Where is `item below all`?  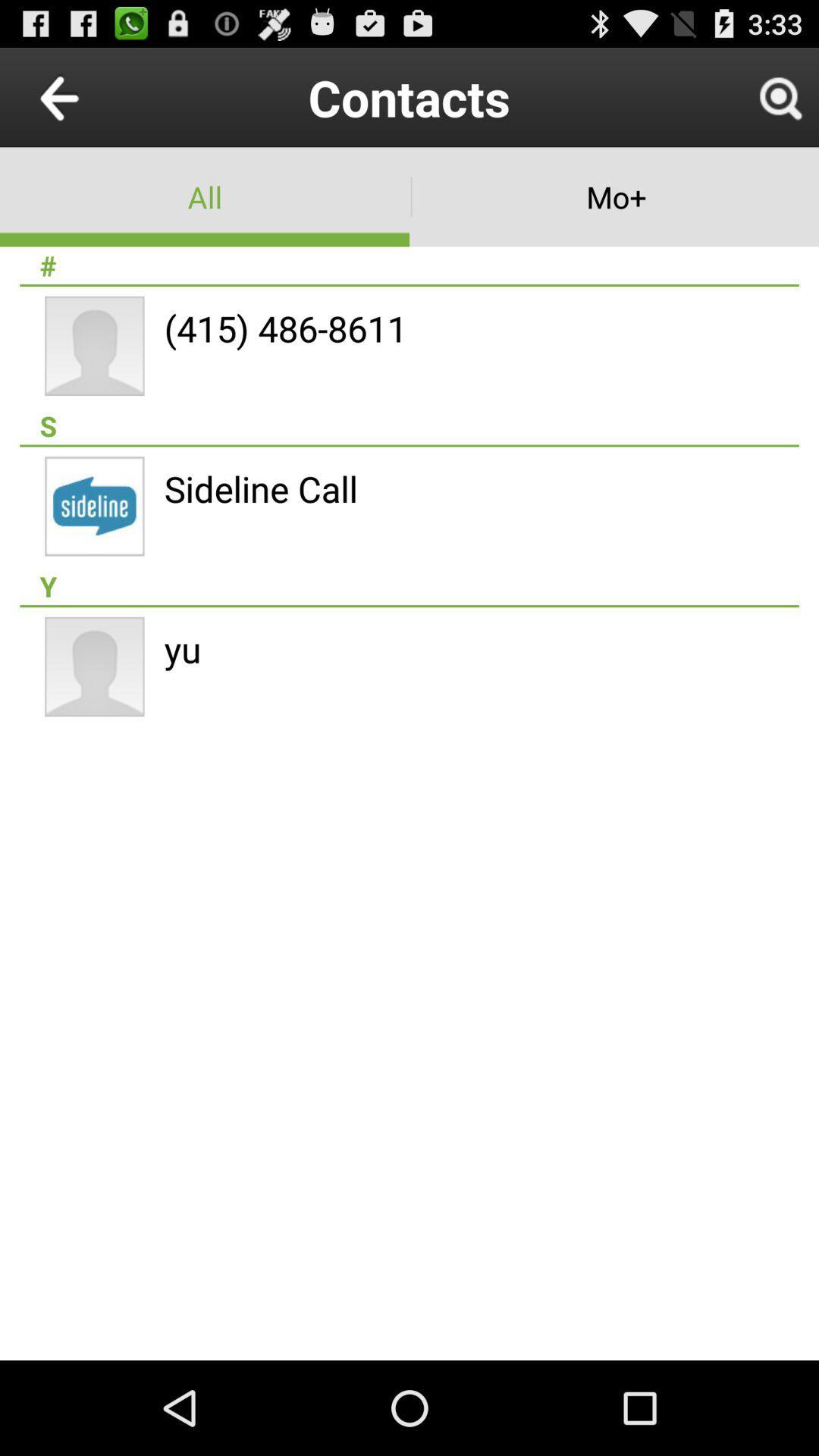 item below all is located at coordinates (409, 265).